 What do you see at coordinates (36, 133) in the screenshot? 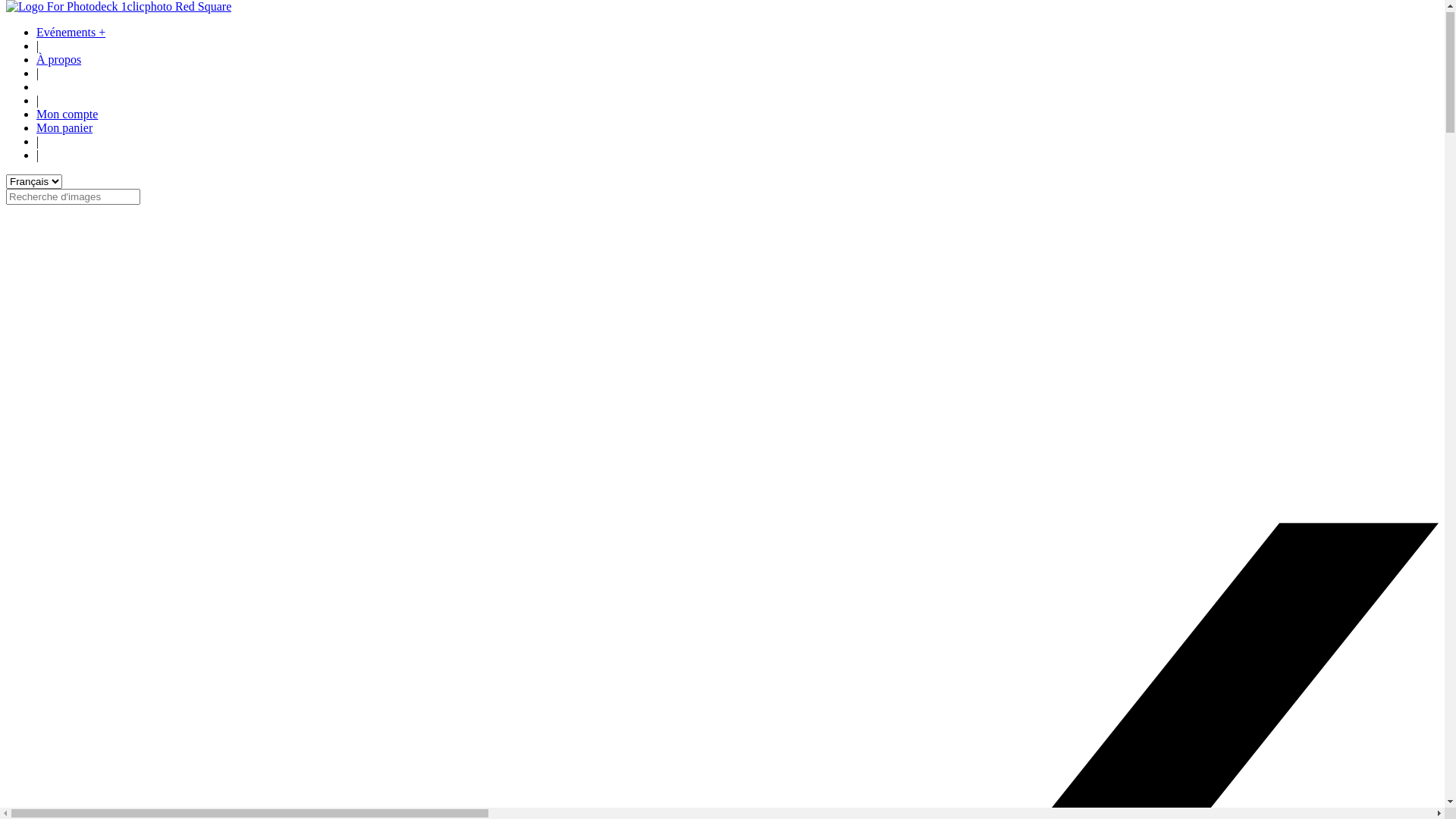
I see `'Mon panier'` at bounding box center [36, 133].